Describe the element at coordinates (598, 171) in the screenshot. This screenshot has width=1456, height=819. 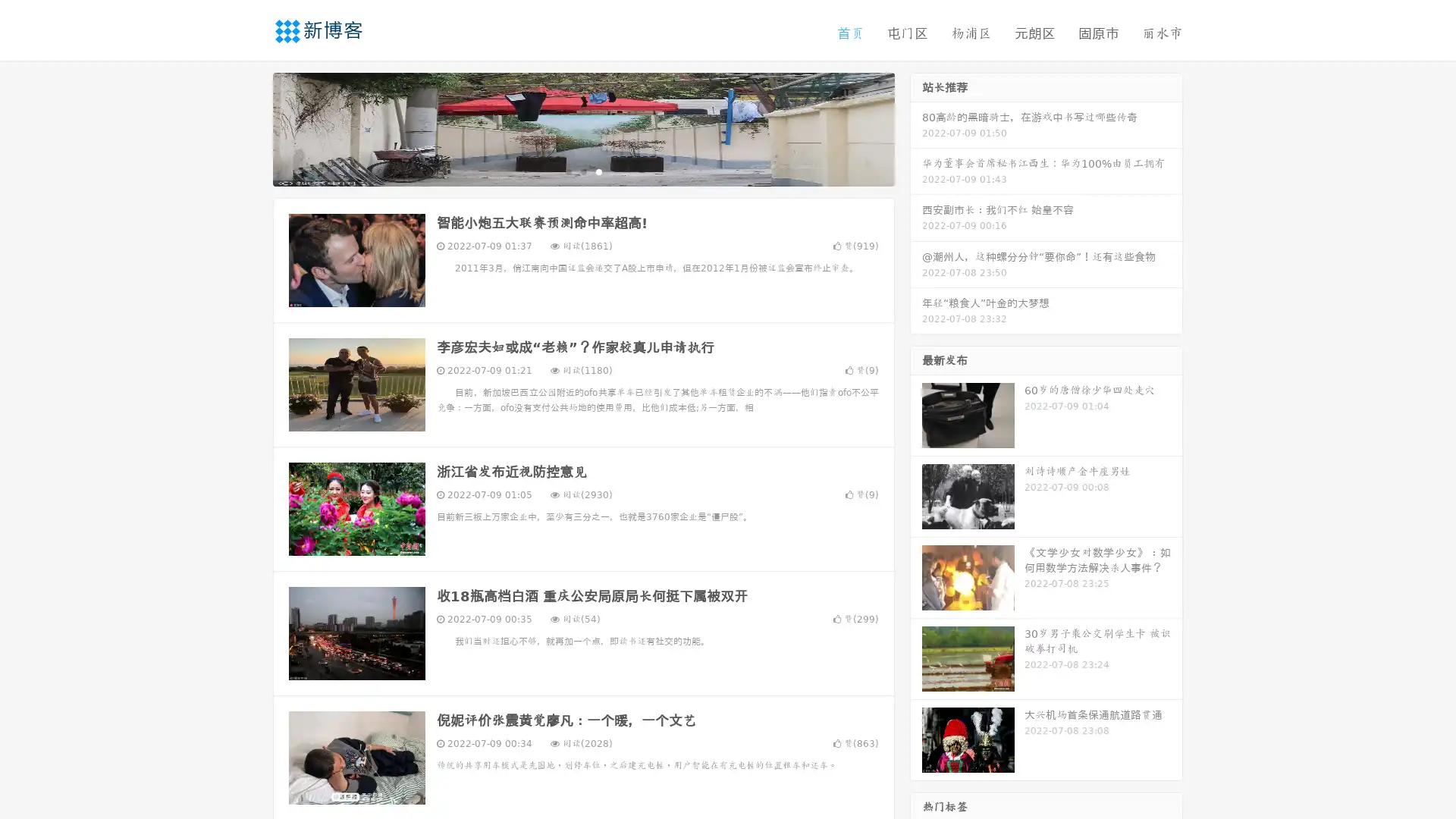
I see `Go to slide 3` at that location.